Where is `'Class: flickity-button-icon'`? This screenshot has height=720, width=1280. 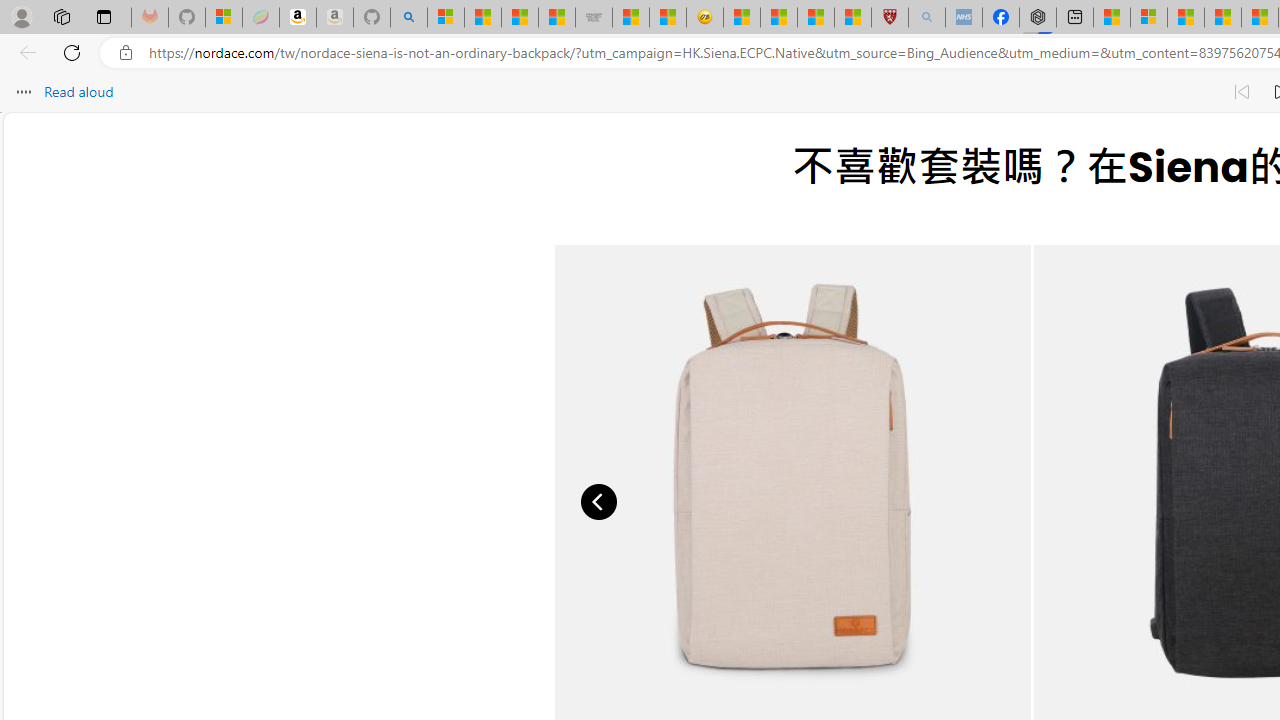
'Class: flickity-button-icon' is located at coordinates (598, 501).